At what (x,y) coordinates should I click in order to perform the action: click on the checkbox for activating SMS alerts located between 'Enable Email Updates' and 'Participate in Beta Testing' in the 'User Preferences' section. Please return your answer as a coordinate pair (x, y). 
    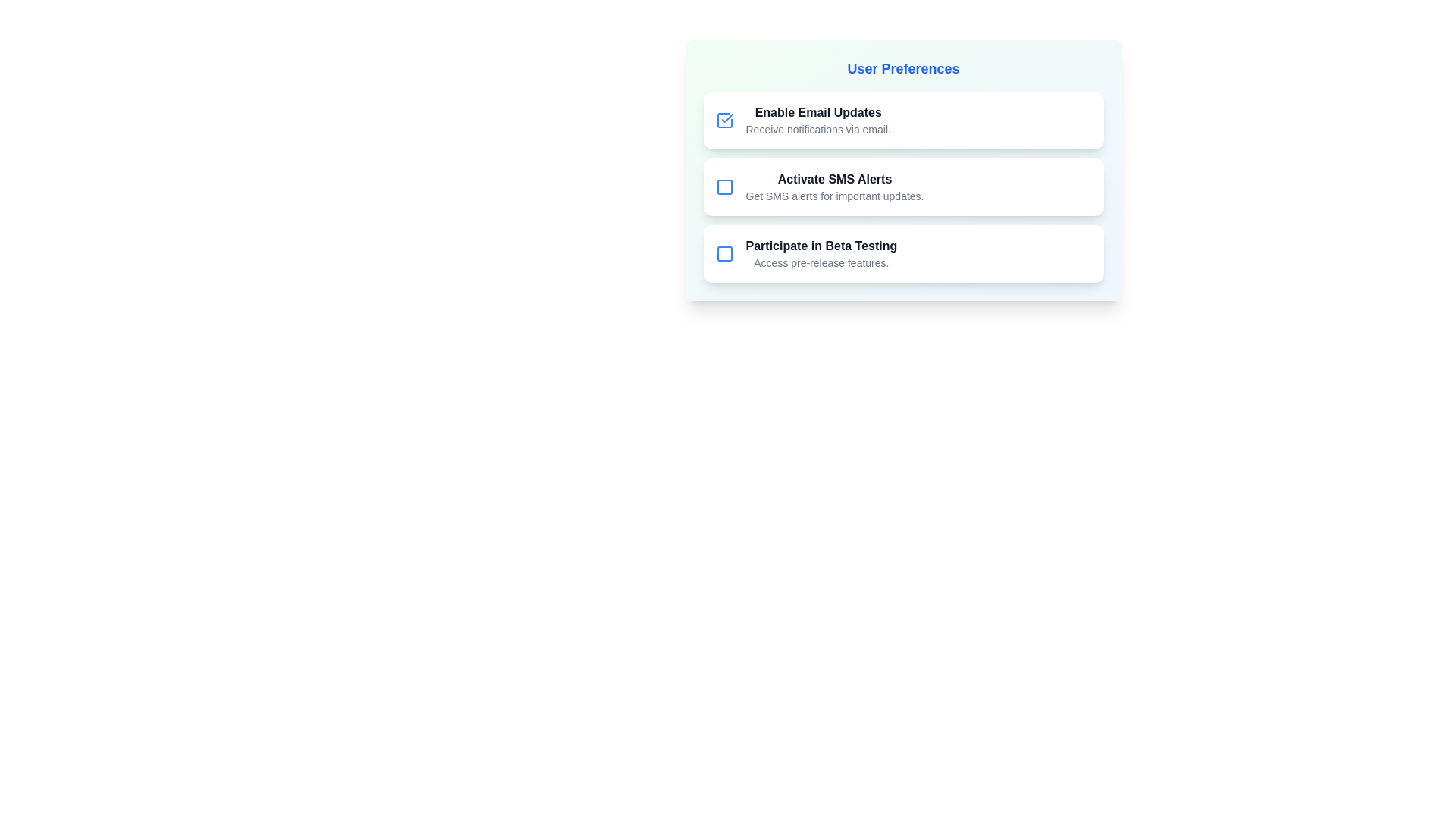
    Looking at the image, I should click on (903, 186).